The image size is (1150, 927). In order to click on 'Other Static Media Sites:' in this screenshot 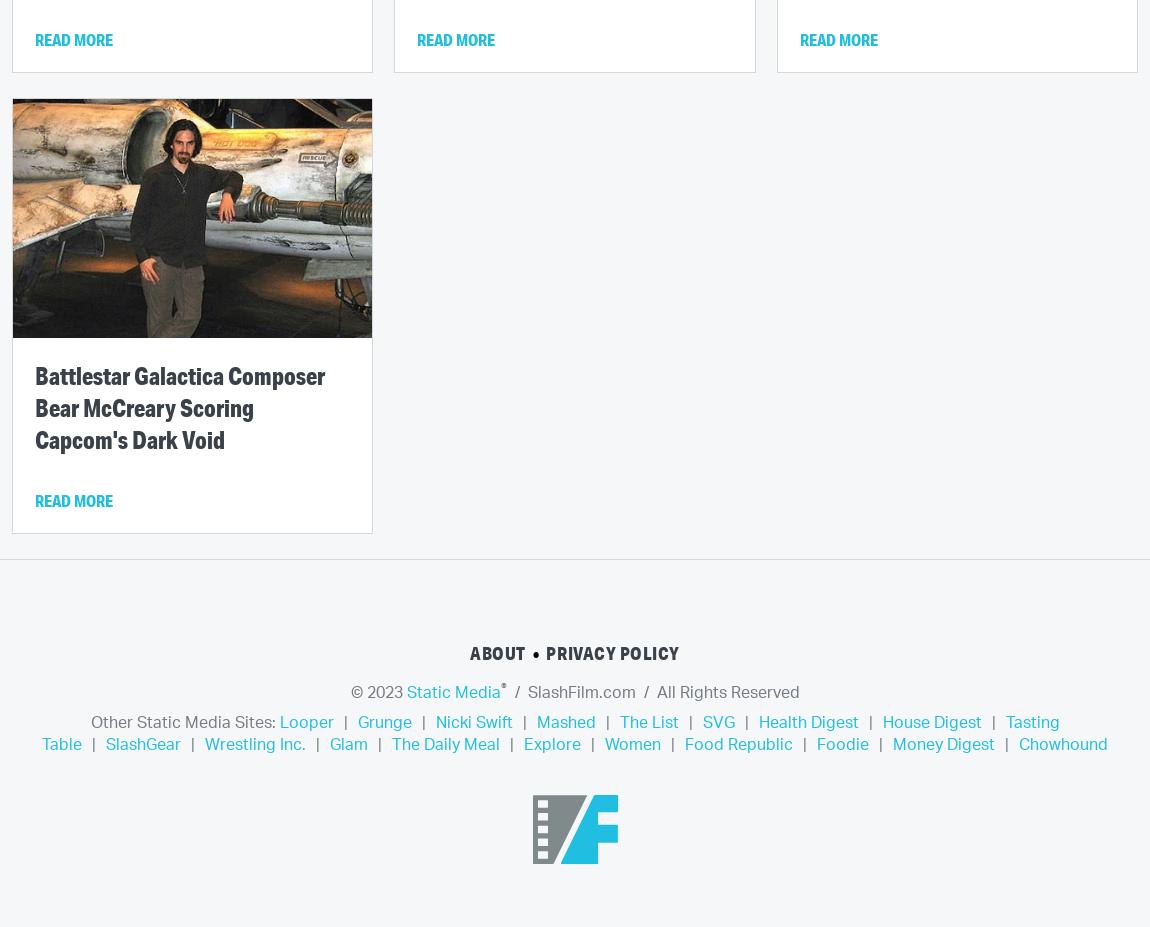, I will do `click(183, 721)`.